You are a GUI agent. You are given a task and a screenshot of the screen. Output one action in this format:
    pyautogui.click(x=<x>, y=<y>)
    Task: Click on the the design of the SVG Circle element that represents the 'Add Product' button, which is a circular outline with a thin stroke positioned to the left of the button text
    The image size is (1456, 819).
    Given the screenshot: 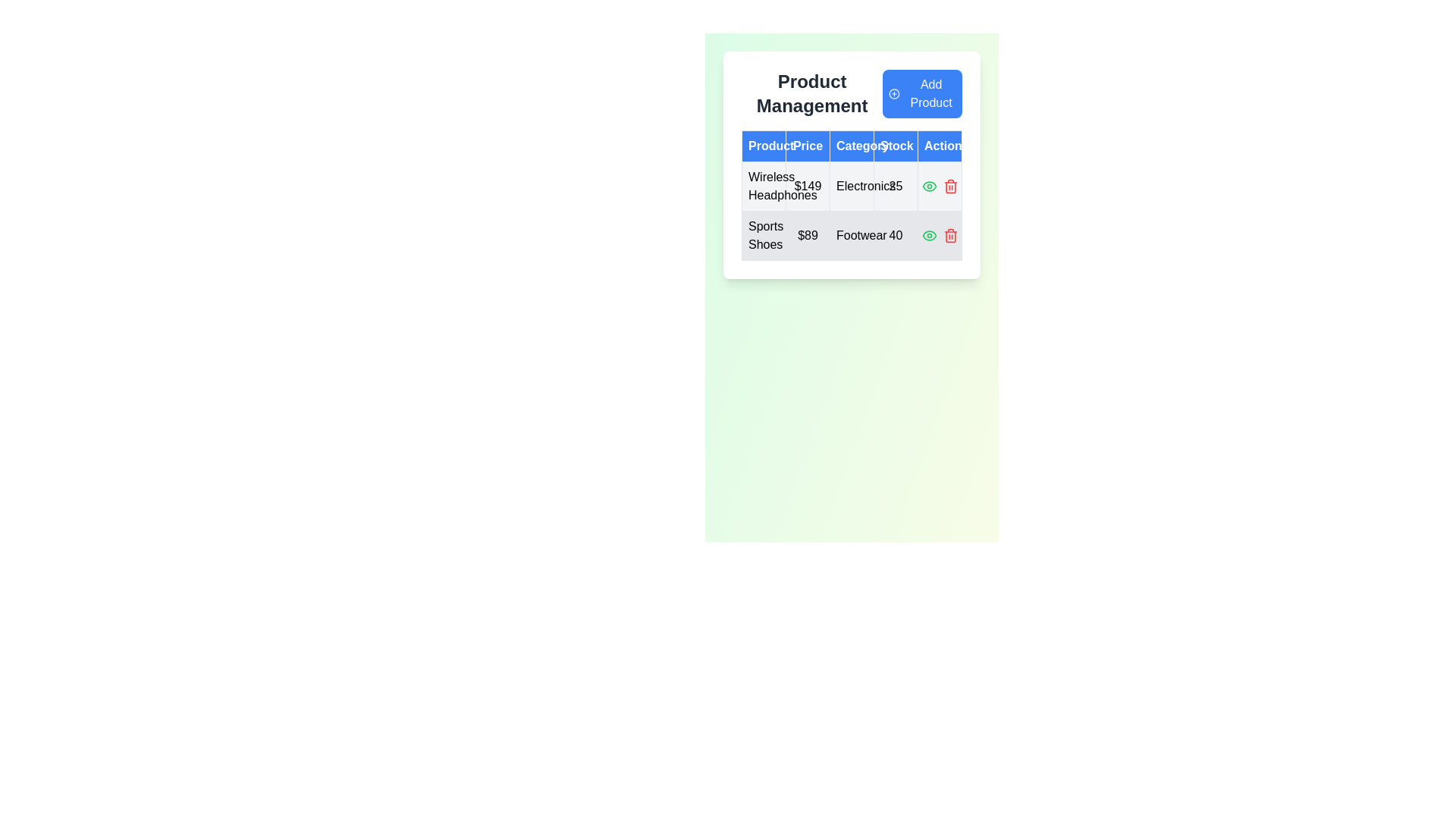 What is the action you would take?
    pyautogui.click(x=894, y=93)
    